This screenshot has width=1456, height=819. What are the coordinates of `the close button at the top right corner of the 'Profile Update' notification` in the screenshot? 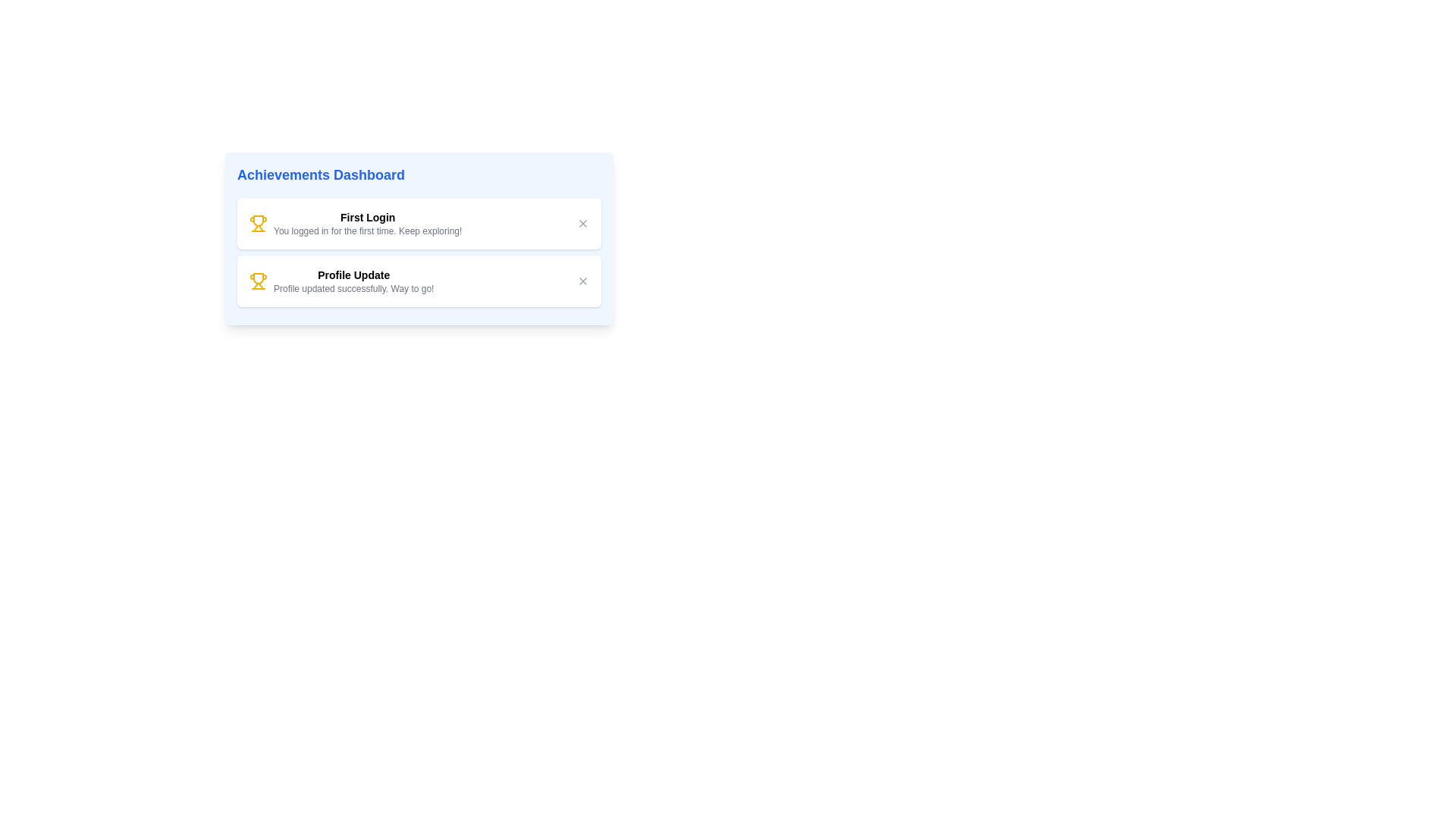 It's located at (582, 281).